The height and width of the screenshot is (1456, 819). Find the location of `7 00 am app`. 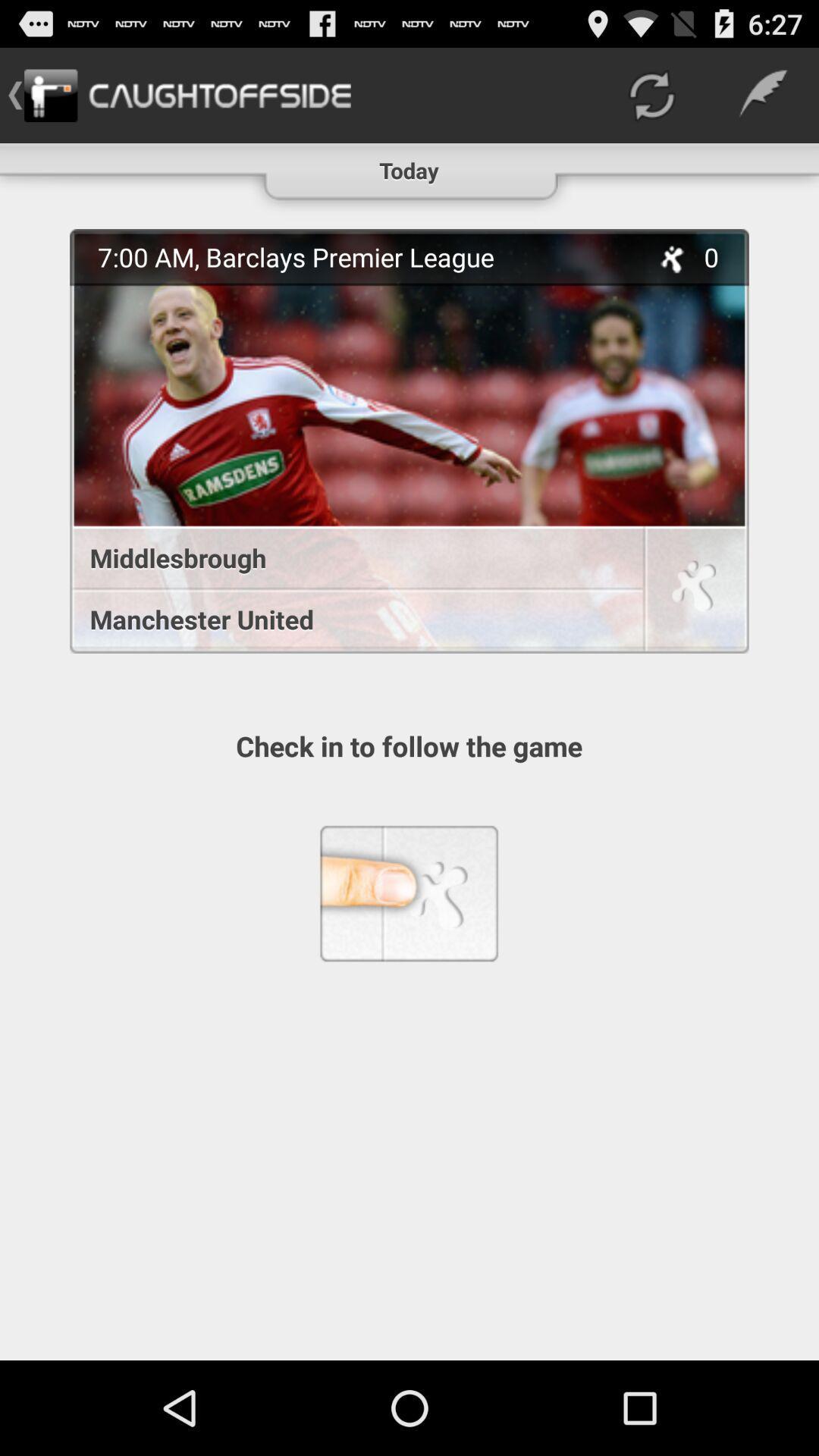

7 00 am app is located at coordinates (365, 257).